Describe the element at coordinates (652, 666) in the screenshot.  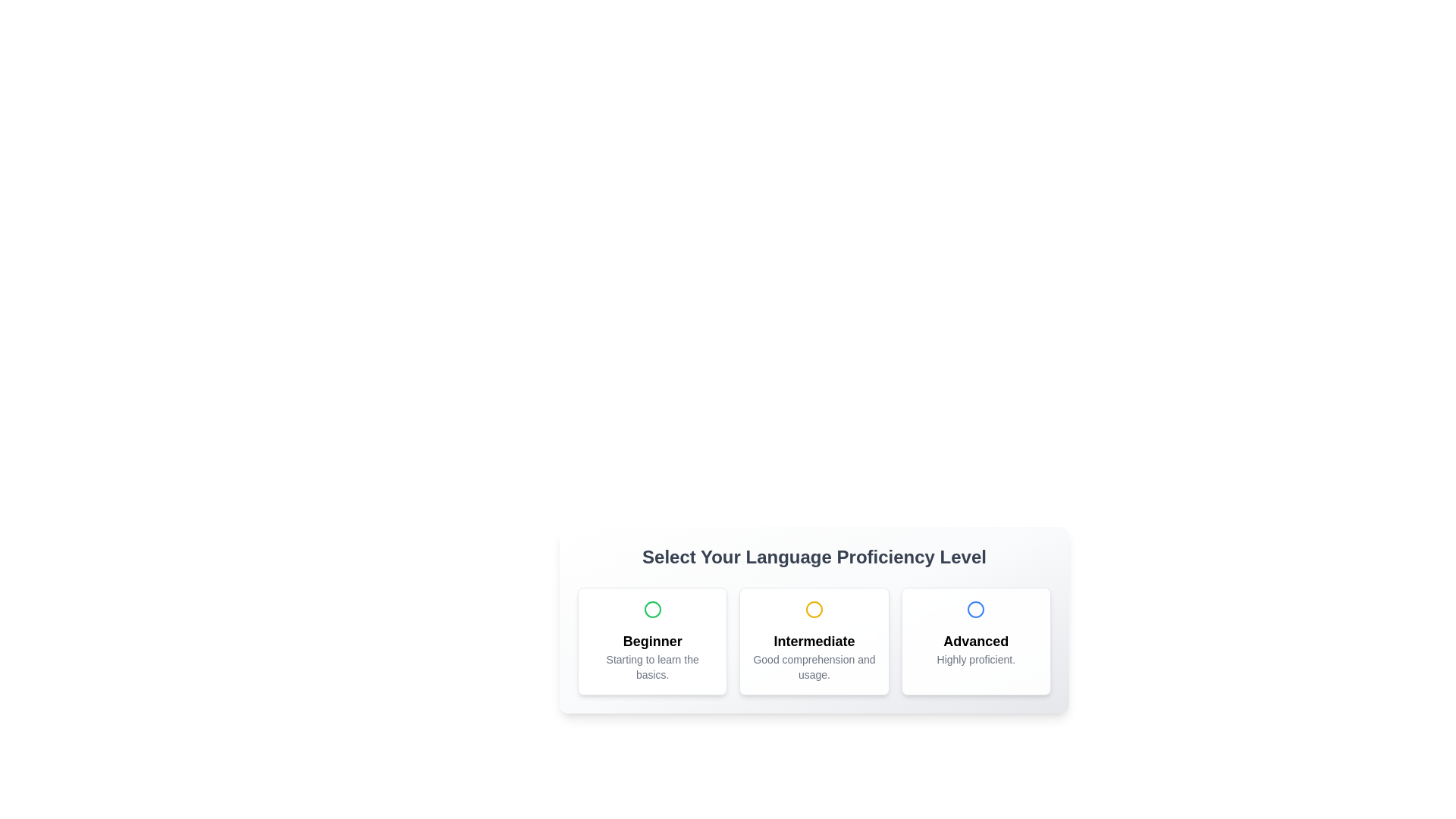
I see `the text component displaying 'Starting to learn the basics.' which is located below the 'Beginner' header and is part of the language proficiency selection layout` at that location.